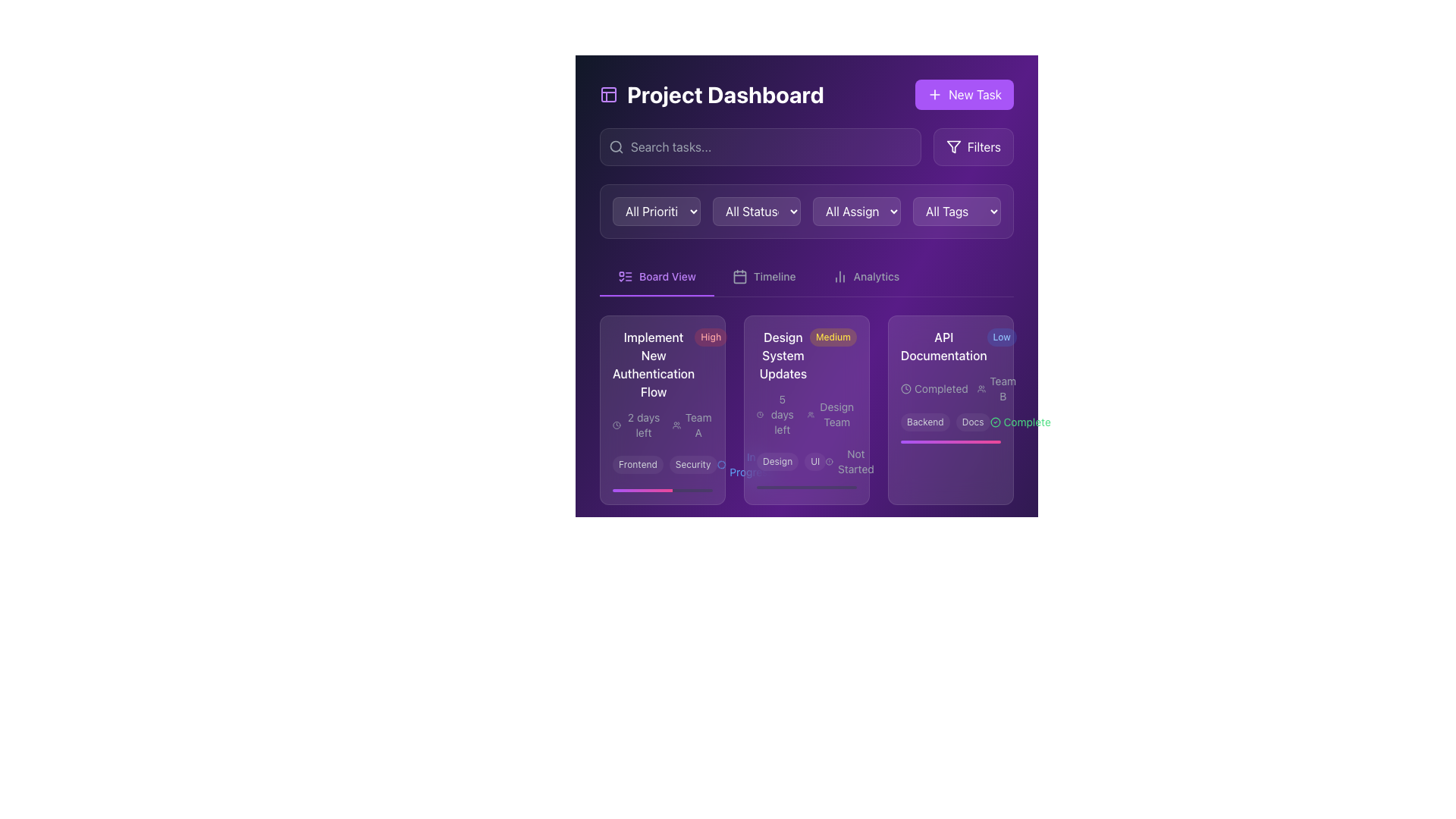  What do you see at coordinates (1020, 422) in the screenshot?
I see `the 'Complete' label with a green checkmark icon located in the bottom-right corner of the 'API Documentation' box, indicating a completed status` at bounding box center [1020, 422].